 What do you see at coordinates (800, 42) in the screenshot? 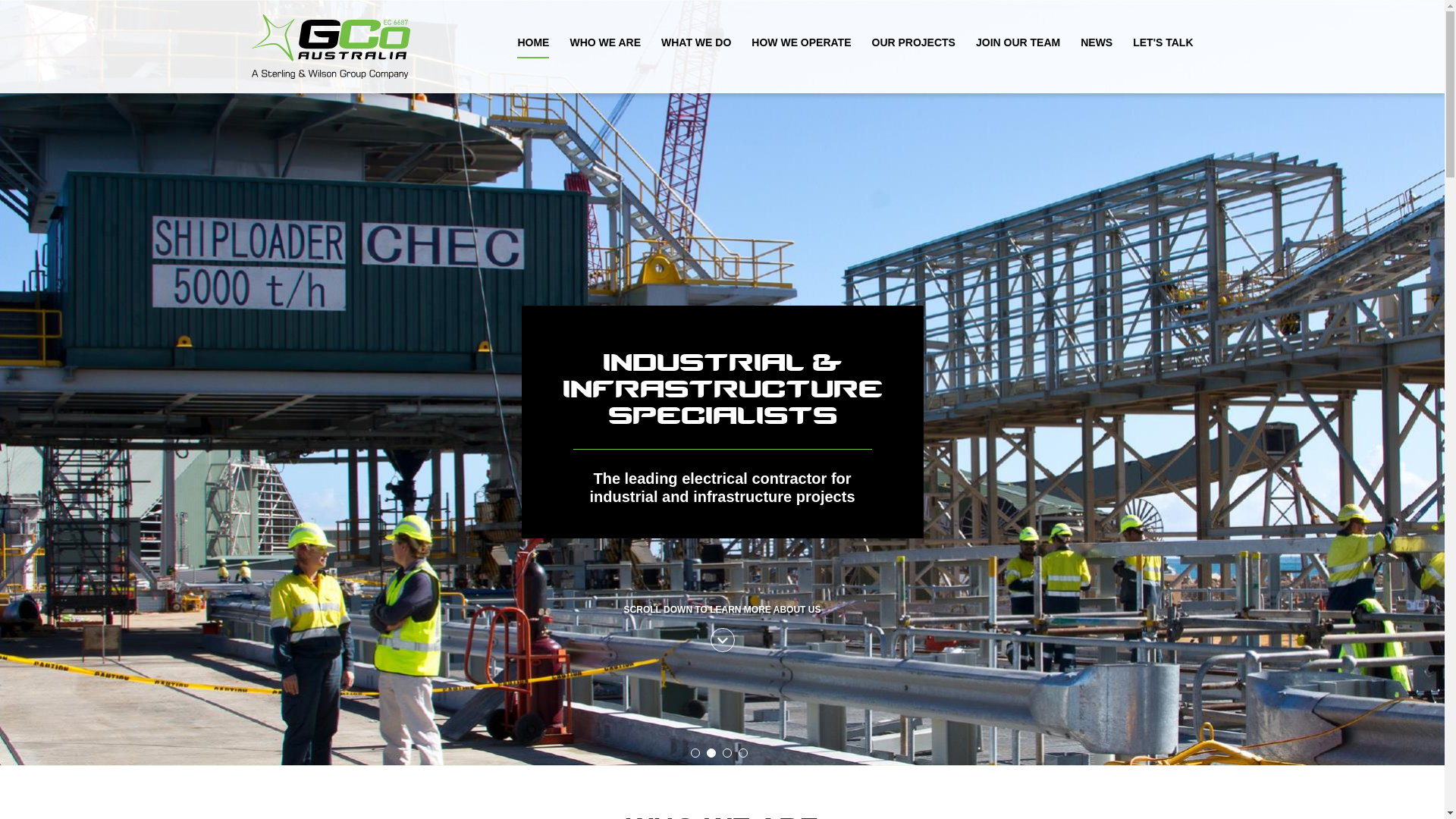
I see `'HOW WE OPERATE'` at bounding box center [800, 42].